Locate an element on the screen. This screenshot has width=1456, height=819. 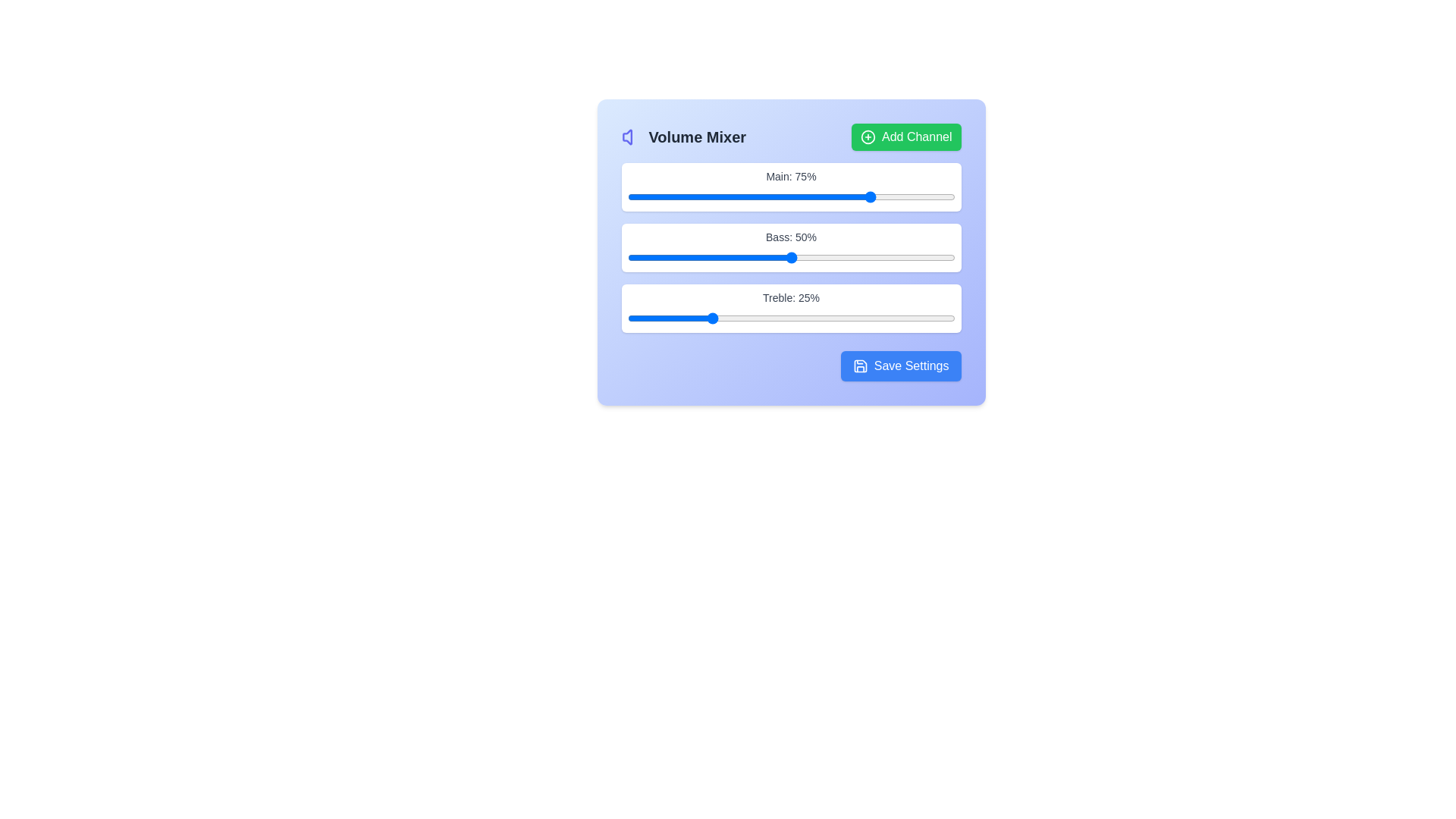
the main volume slider is located at coordinates (915, 196).